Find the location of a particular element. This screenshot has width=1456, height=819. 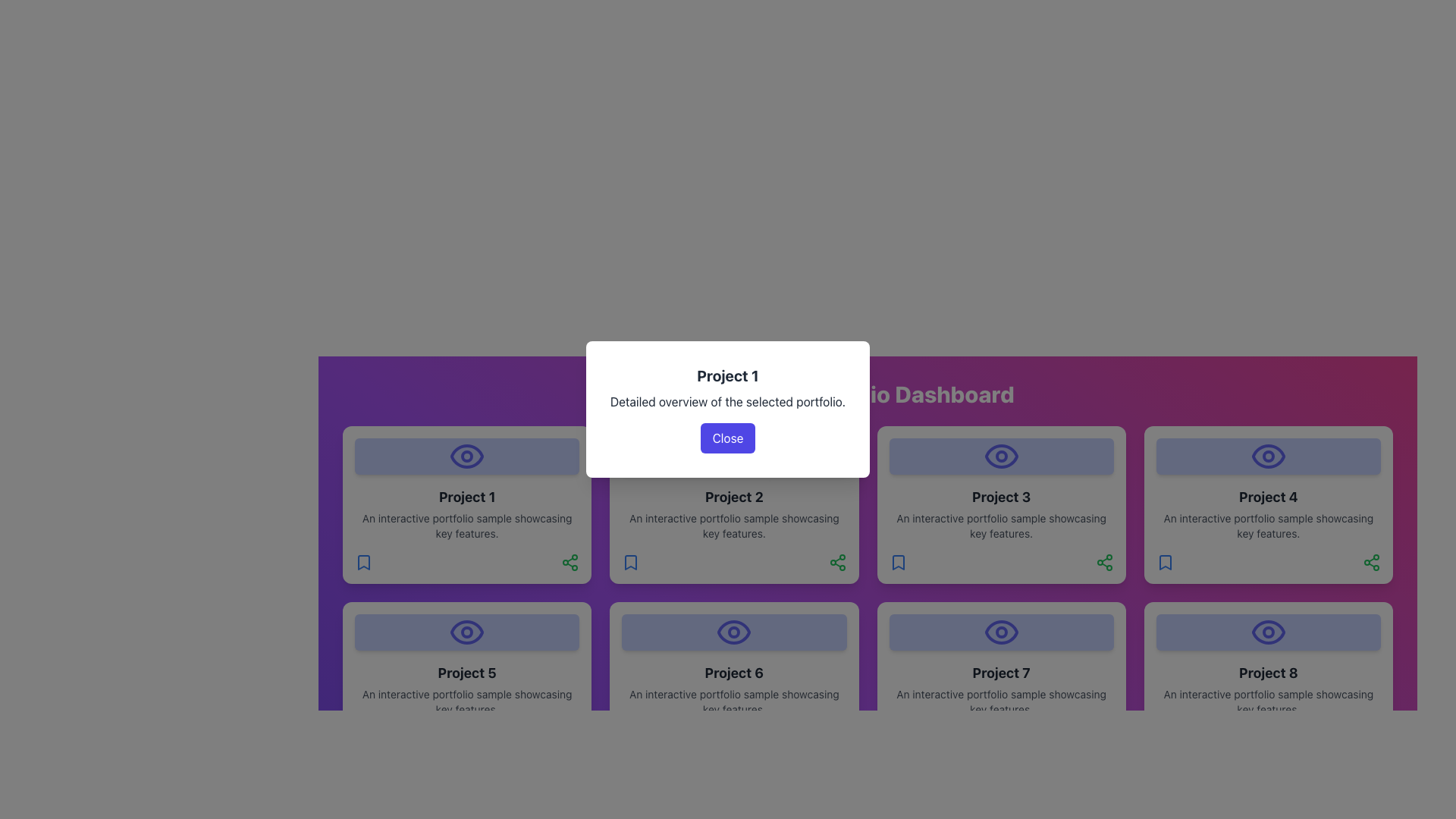

the vibrant indigo eye icon located at the top section of the 'Project 4' card in the second row, second column of the grid layout is located at coordinates (1268, 455).